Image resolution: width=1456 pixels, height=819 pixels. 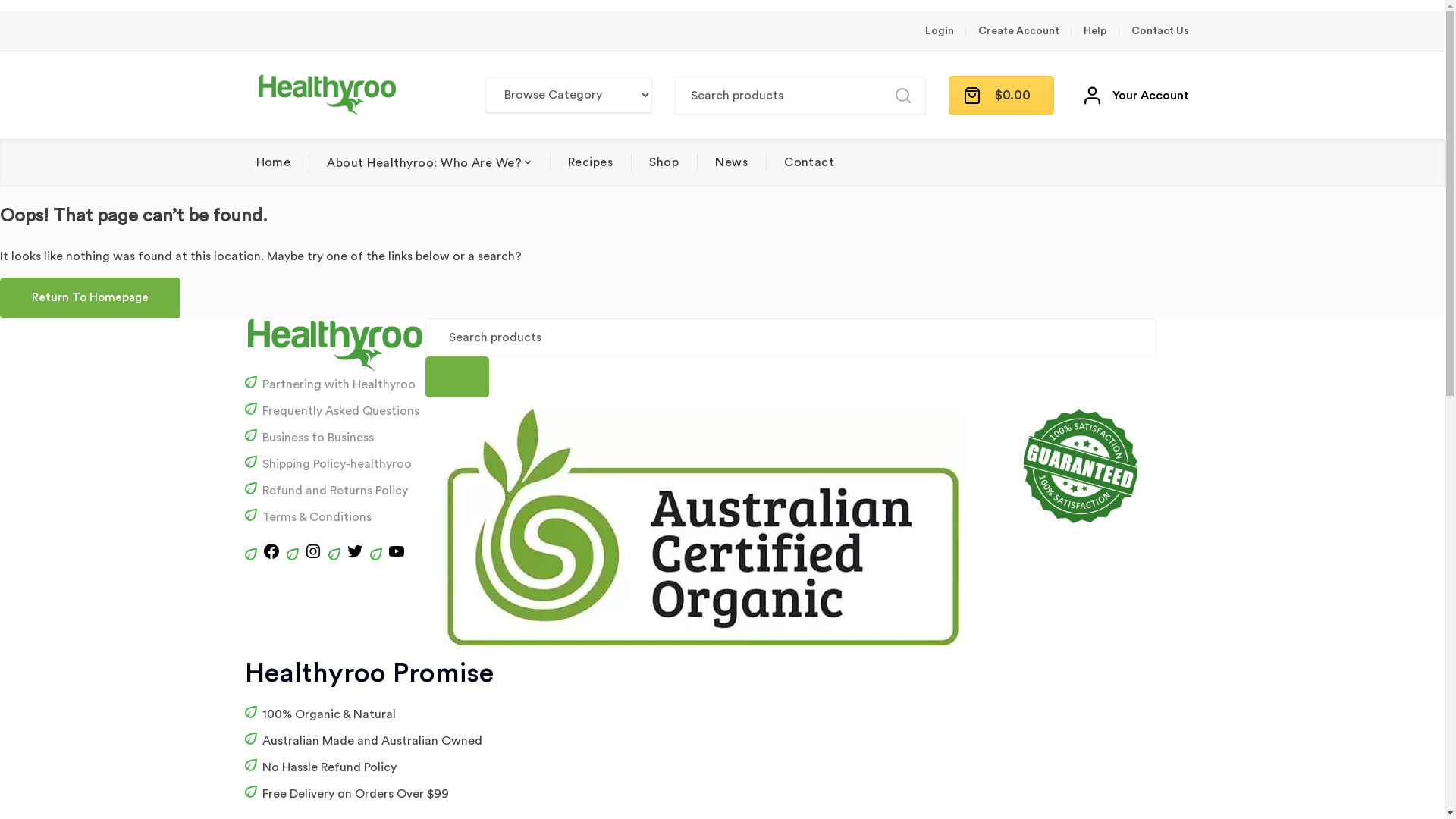 I want to click on 'Contact', so click(x=808, y=162).